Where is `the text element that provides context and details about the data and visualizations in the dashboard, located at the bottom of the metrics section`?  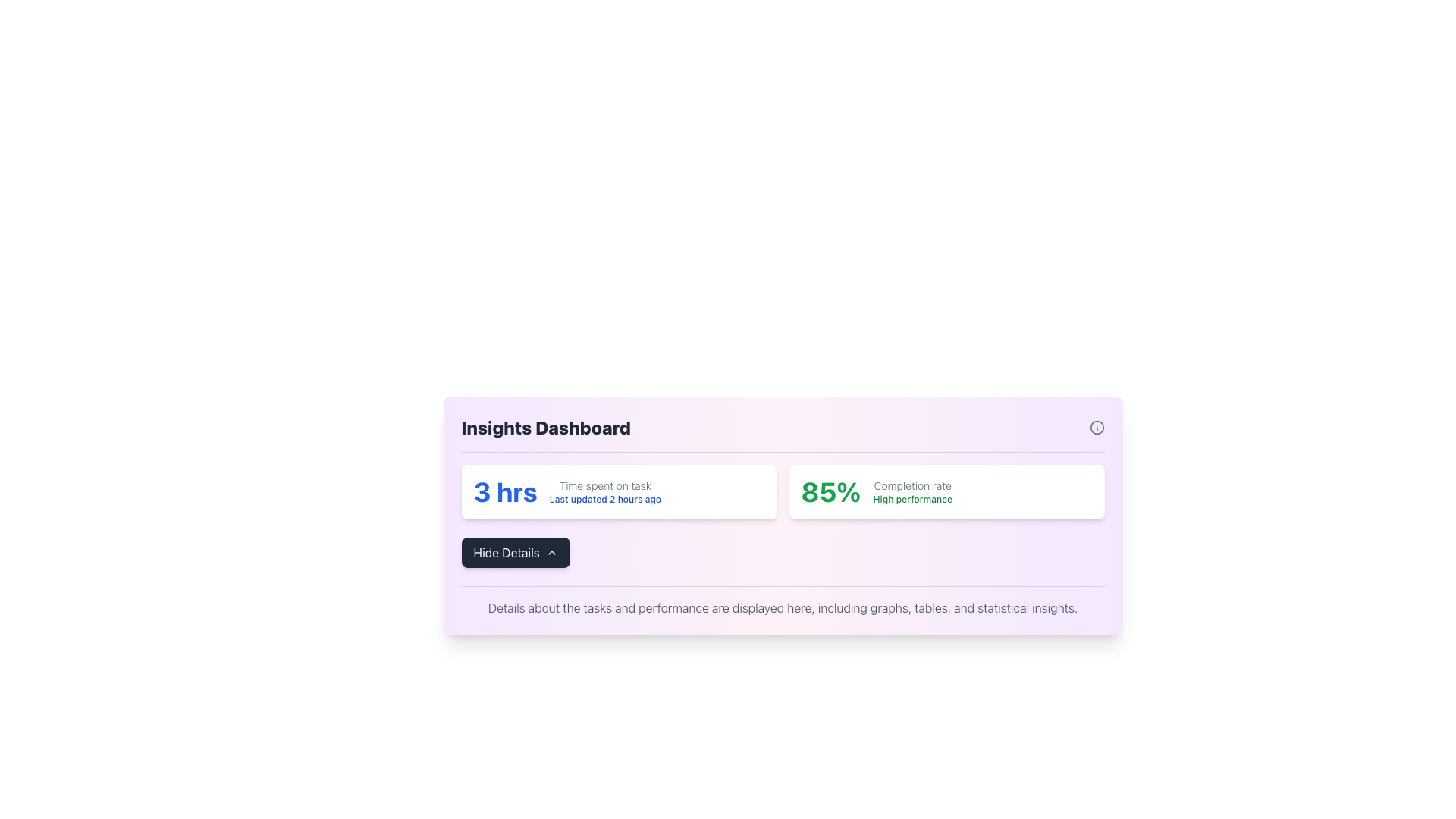 the text element that provides context and details about the data and visualizations in the dashboard, located at the bottom of the metrics section is located at coordinates (783, 607).